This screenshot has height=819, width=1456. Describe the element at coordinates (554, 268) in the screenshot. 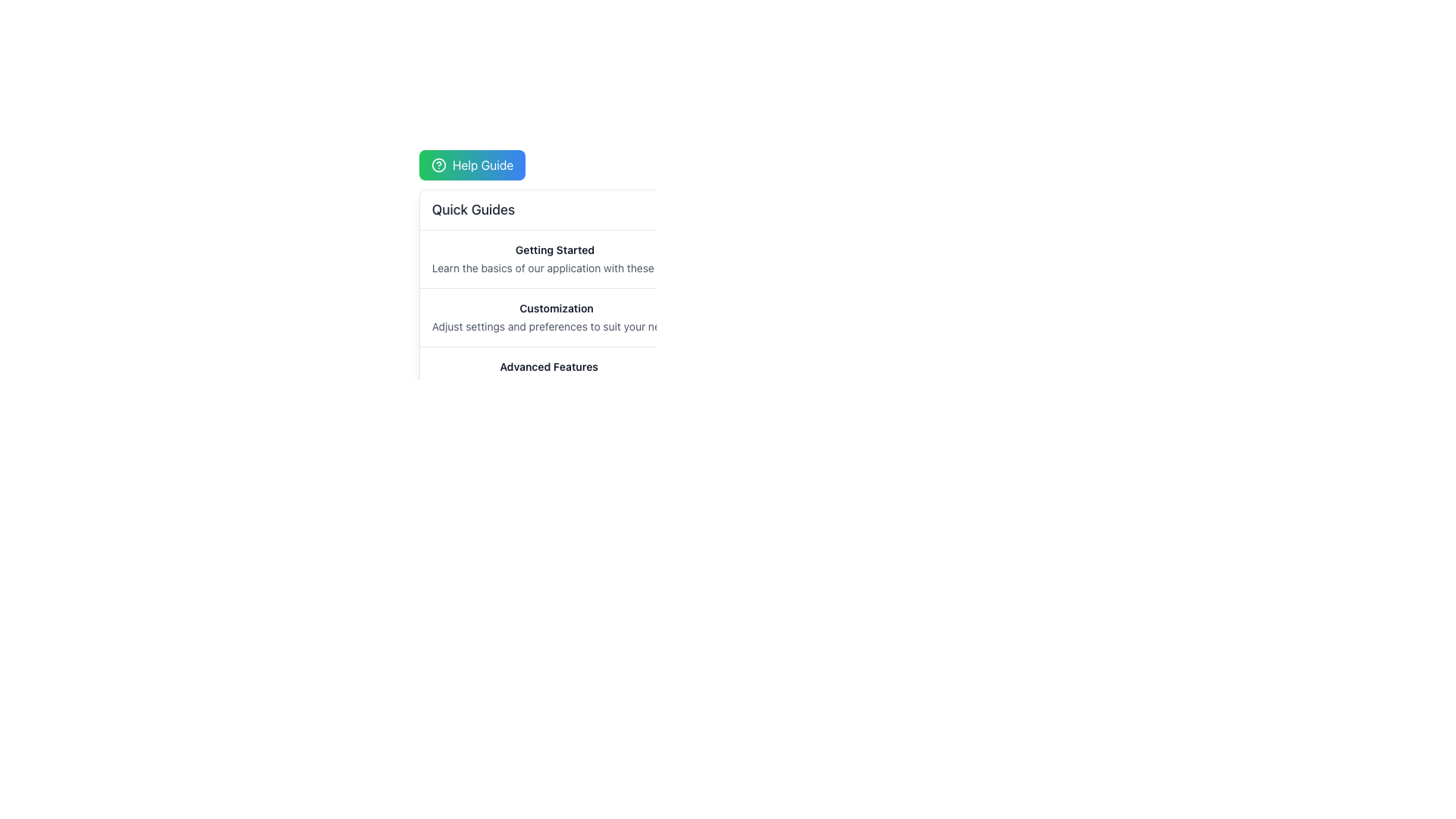

I see `the text label element that states 'Learn the basics of our application with these tips.' positioned below the 'Getting Started' title in the 'Quick Guides' section` at that location.